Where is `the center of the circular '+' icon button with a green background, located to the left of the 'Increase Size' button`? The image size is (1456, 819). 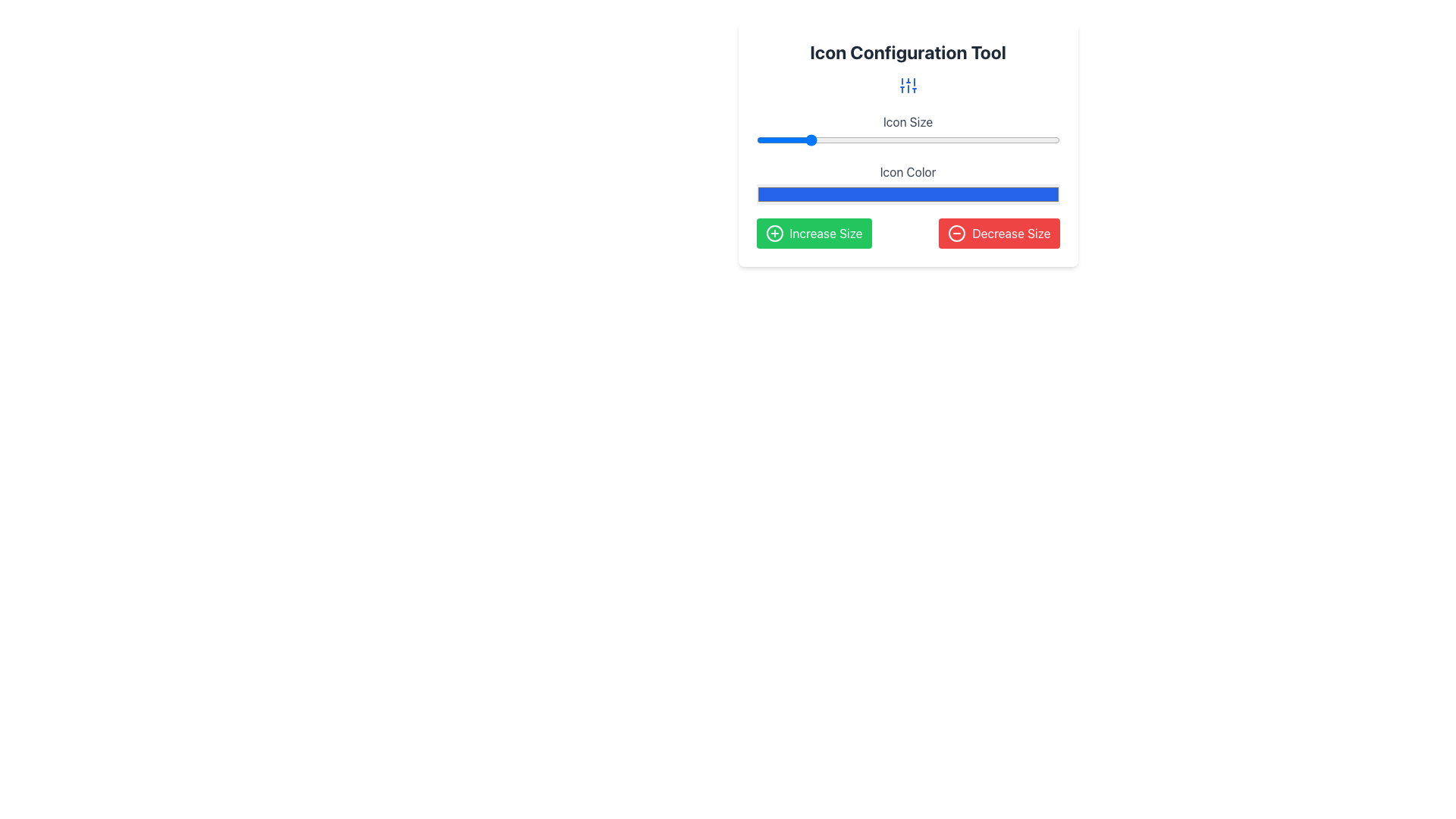
the center of the circular '+' icon button with a green background, located to the left of the 'Increase Size' button is located at coordinates (774, 234).